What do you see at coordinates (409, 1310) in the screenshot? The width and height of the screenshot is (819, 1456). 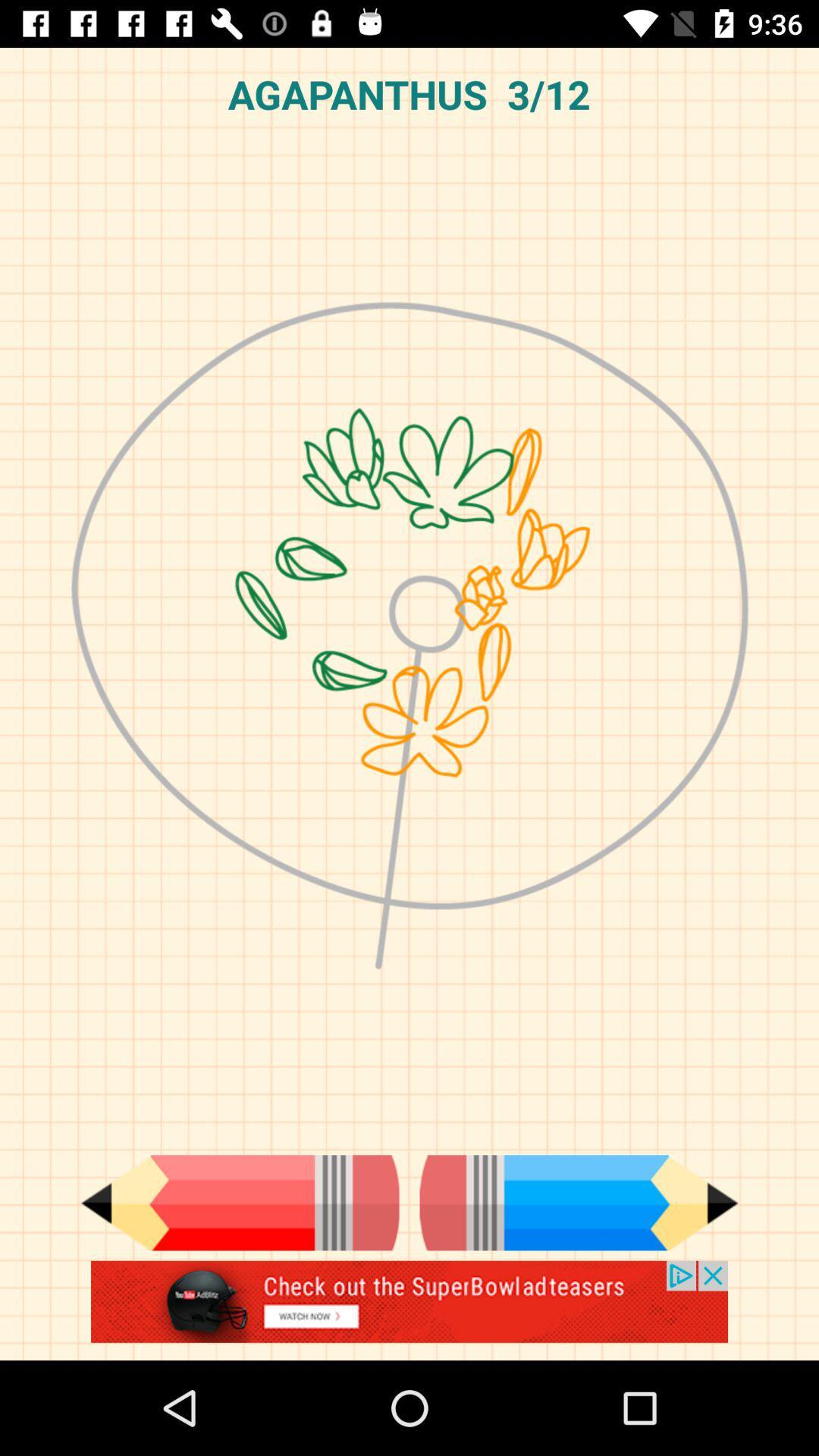 I see `advertisement` at bounding box center [409, 1310].